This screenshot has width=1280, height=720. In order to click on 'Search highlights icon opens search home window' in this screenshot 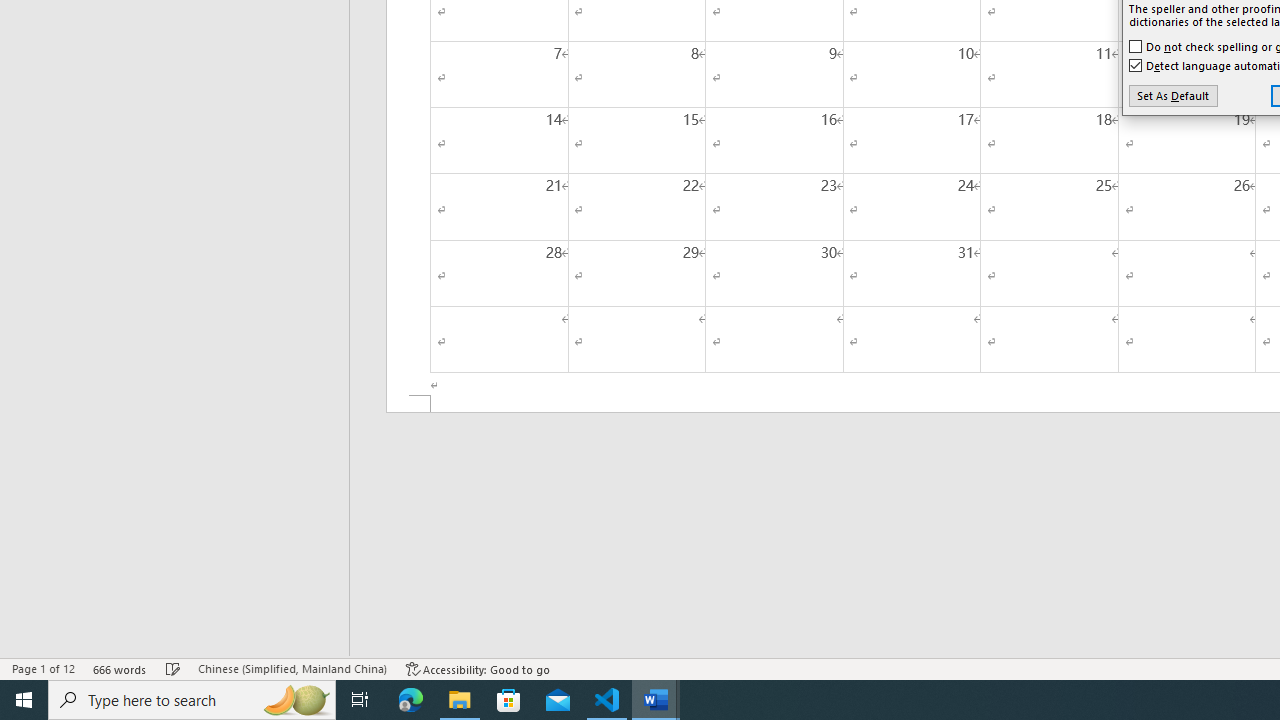, I will do `click(294, 698)`.